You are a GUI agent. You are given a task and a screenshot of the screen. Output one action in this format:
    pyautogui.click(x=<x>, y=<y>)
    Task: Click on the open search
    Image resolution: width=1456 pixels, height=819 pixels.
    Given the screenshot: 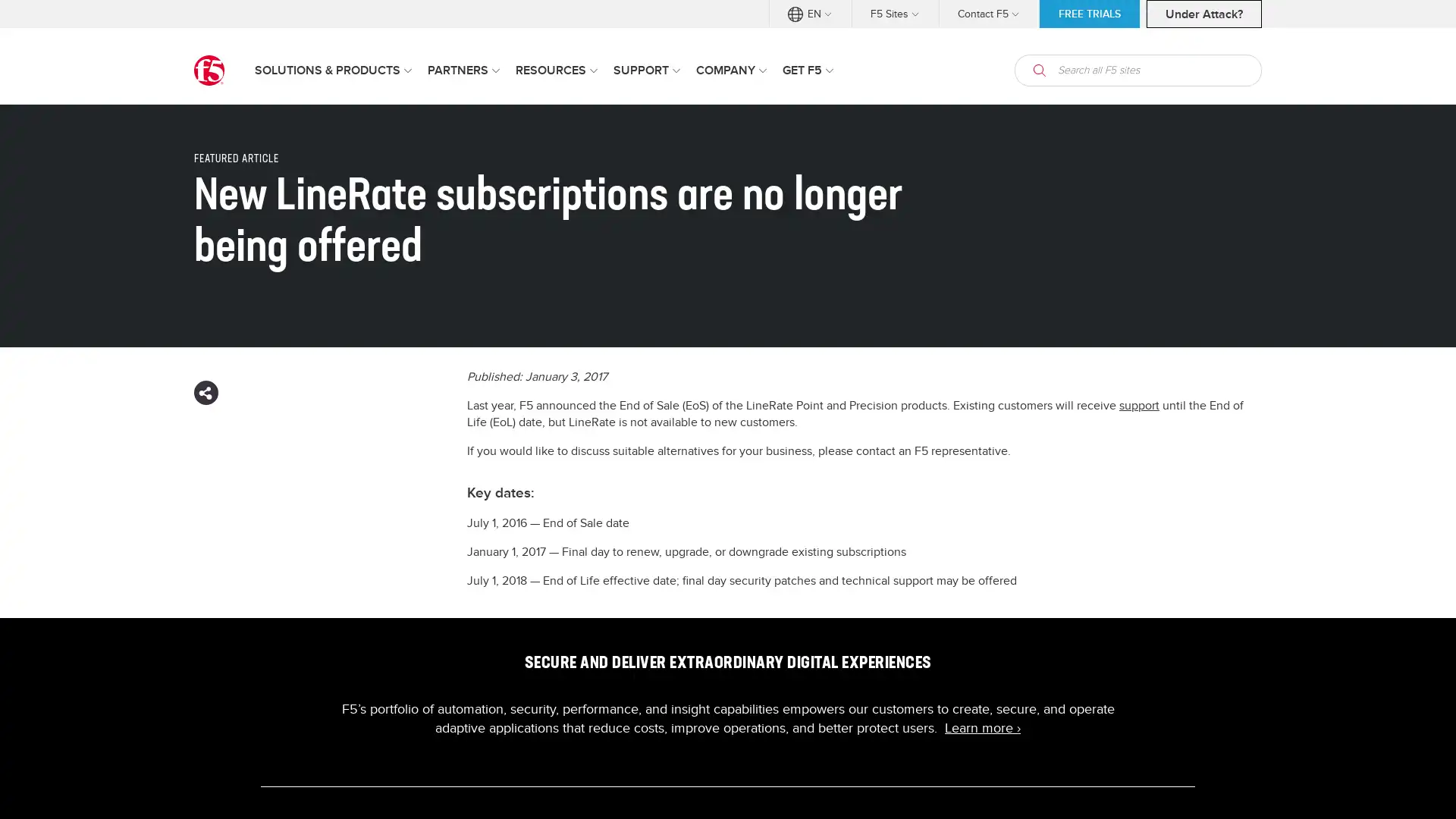 What is the action you would take?
    pyautogui.click(x=1037, y=70)
    